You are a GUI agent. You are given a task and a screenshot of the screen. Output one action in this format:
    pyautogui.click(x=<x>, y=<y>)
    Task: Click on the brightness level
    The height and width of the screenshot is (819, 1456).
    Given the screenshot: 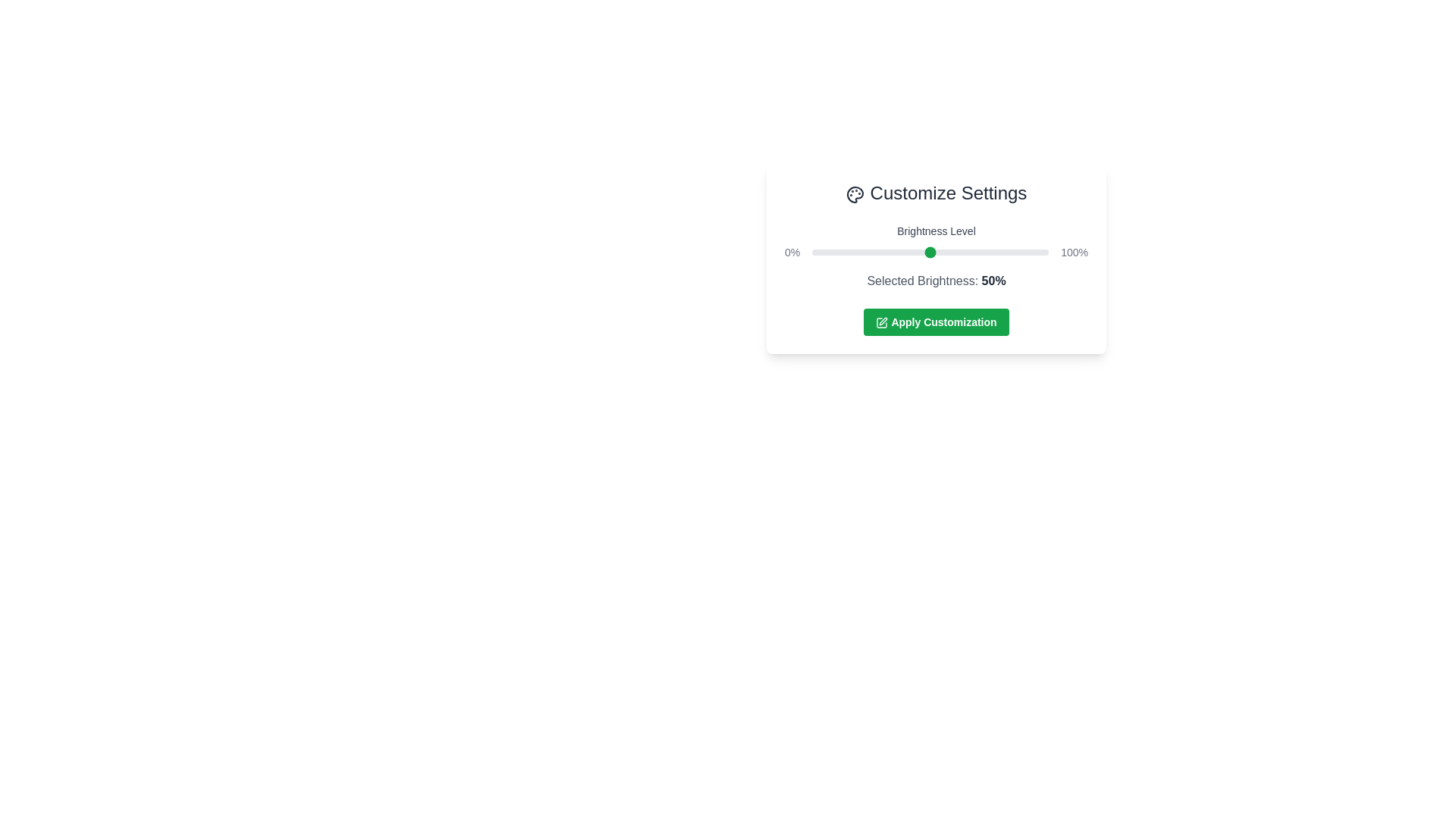 What is the action you would take?
    pyautogui.click(x=1031, y=251)
    